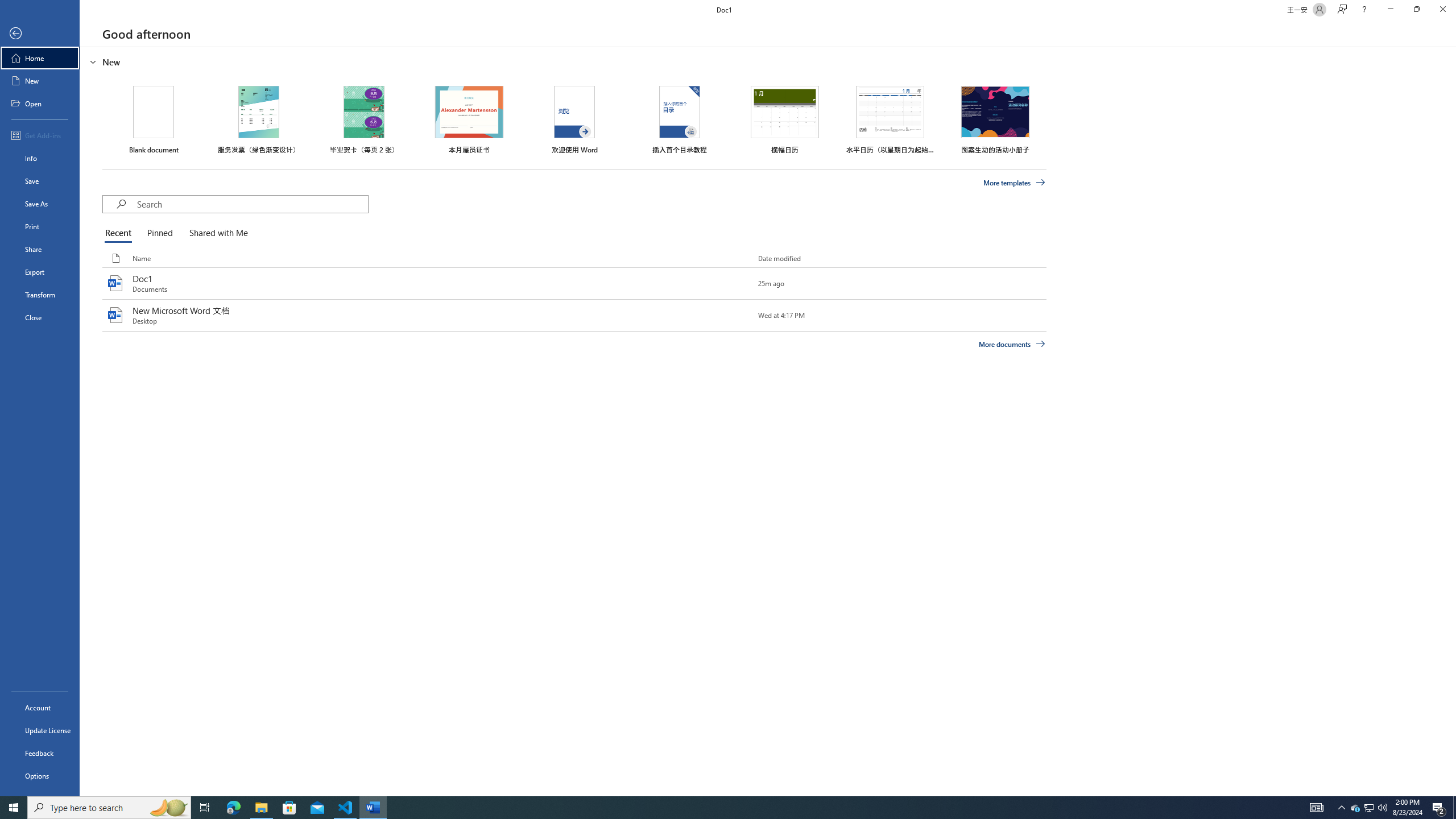  Describe the element at coordinates (39, 708) in the screenshot. I see `'Account'` at that location.